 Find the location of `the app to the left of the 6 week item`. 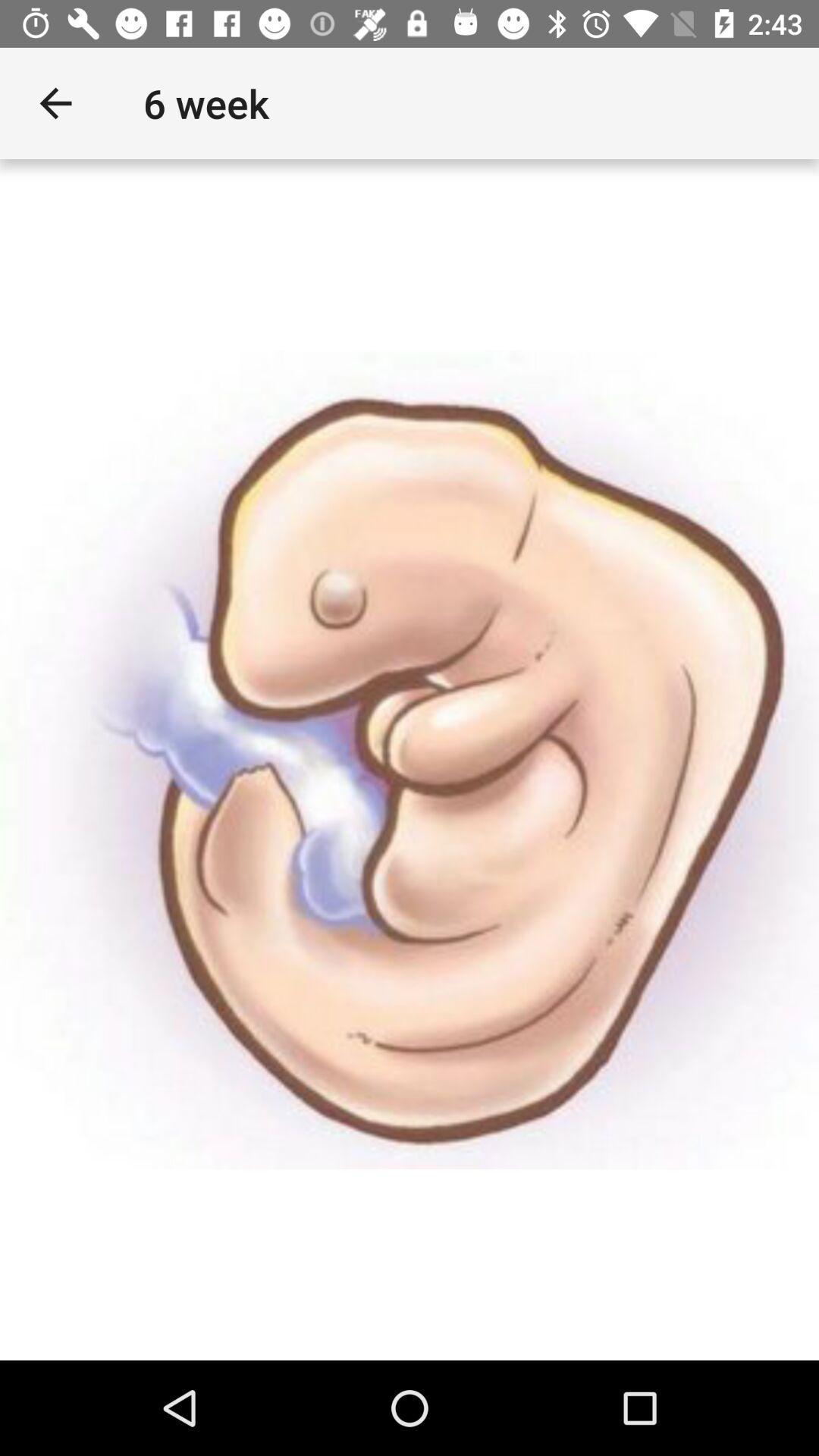

the app to the left of the 6 week item is located at coordinates (55, 102).